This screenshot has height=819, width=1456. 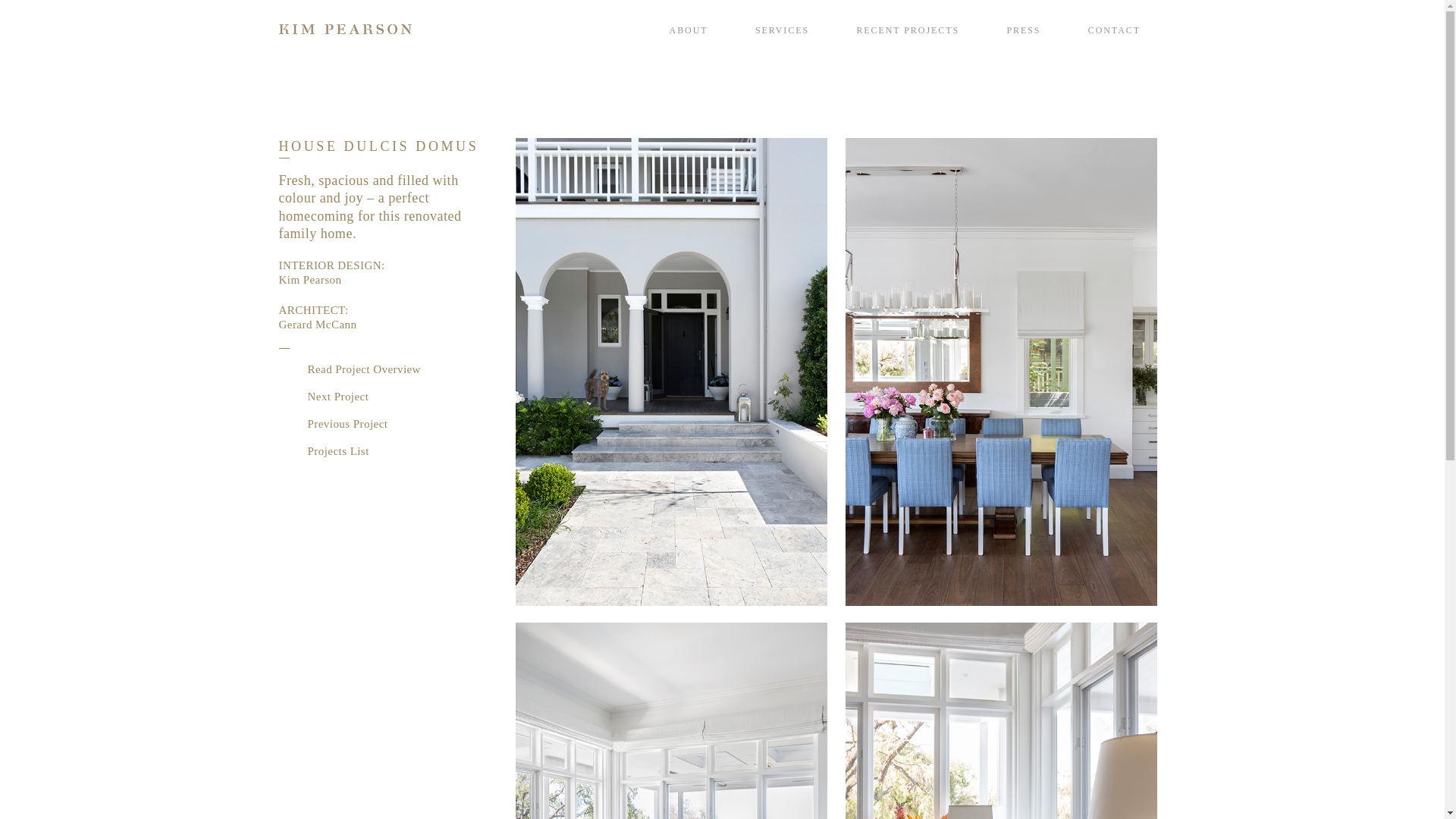 I want to click on 'CONTACT', so click(x=1114, y=30).